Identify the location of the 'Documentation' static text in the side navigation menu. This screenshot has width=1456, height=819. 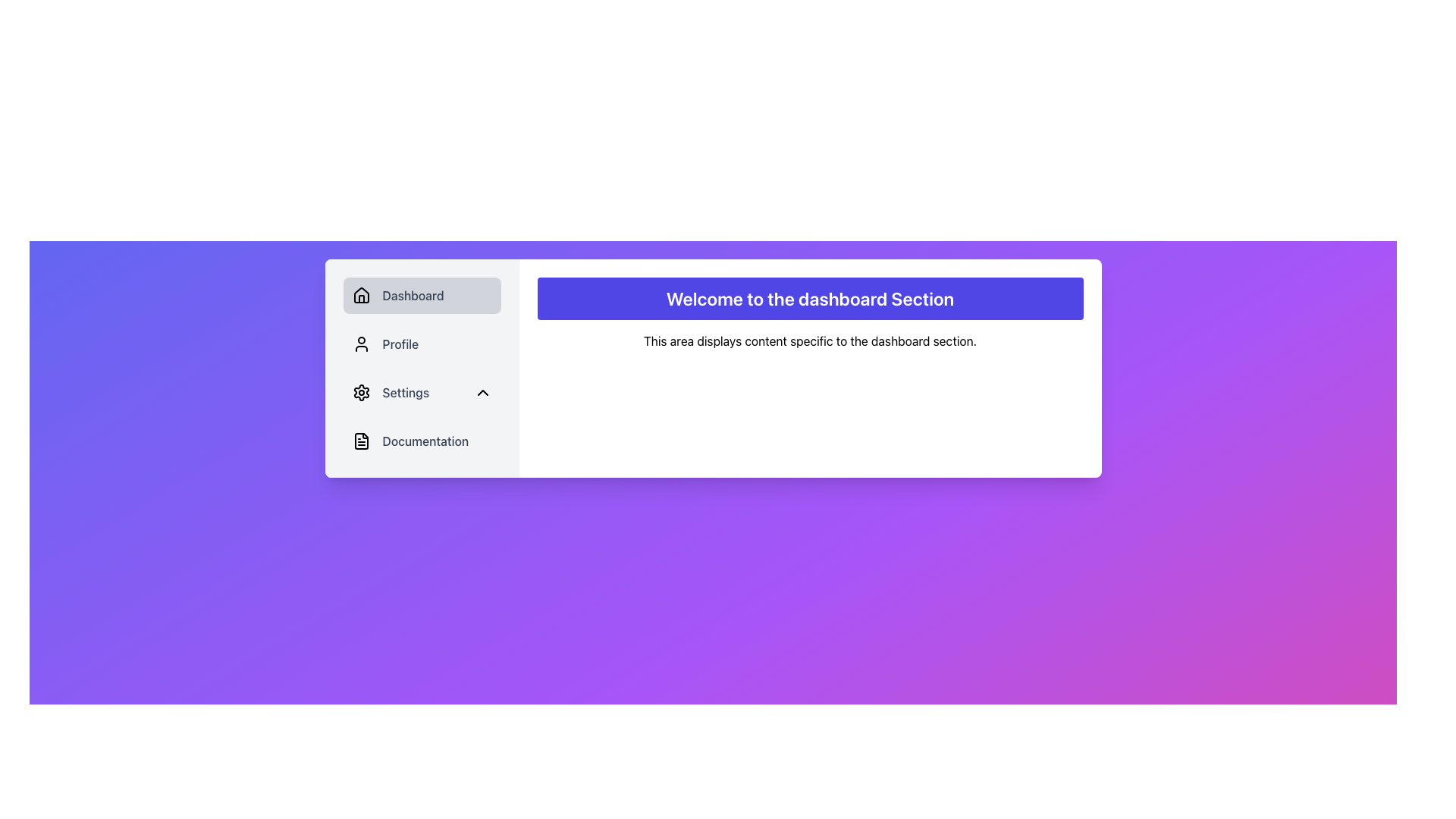
(425, 441).